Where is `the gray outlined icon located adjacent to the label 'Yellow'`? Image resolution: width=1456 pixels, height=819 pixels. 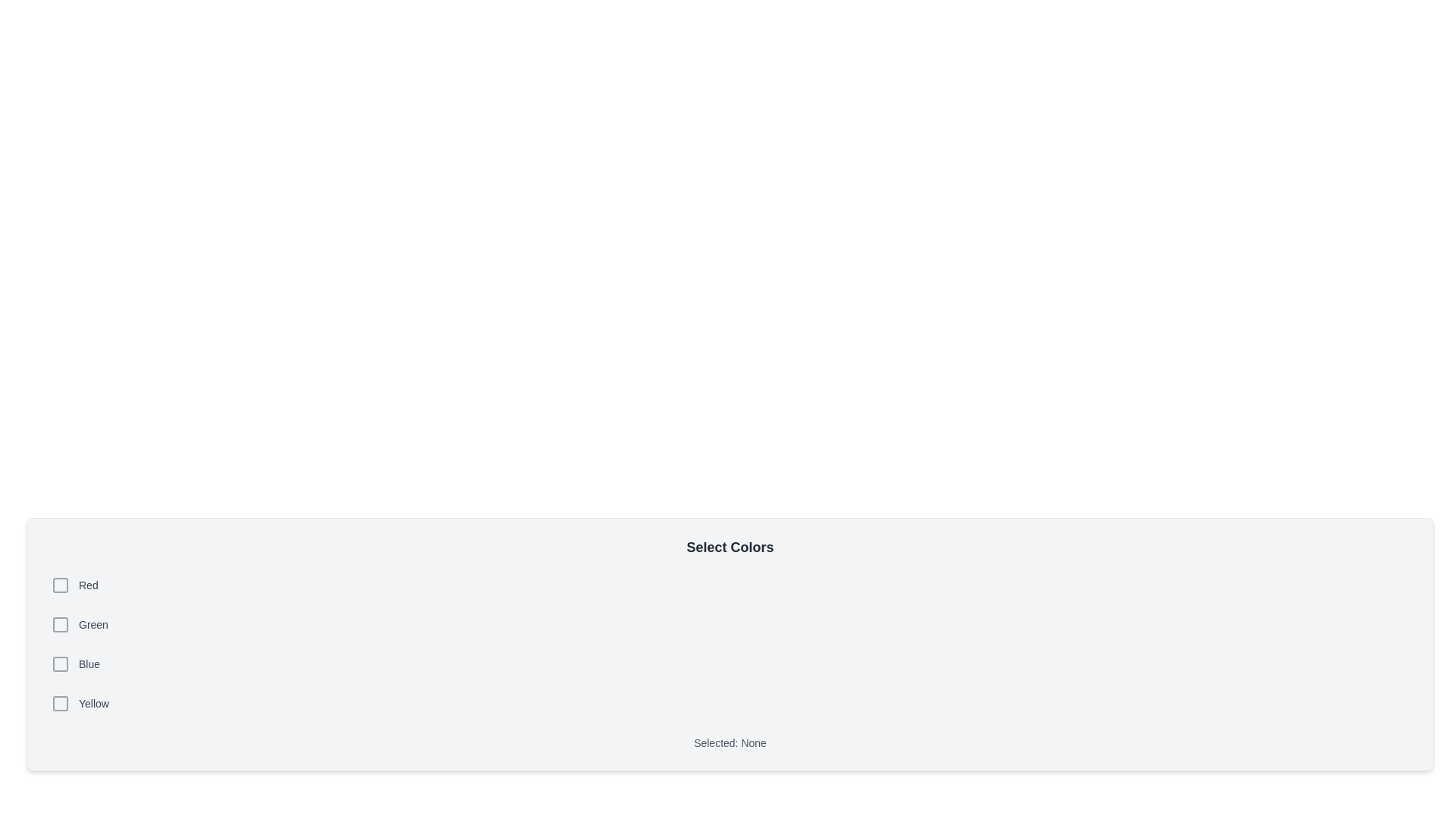
the gray outlined icon located adjacent to the label 'Yellow' is located at coordinates (61, 704).